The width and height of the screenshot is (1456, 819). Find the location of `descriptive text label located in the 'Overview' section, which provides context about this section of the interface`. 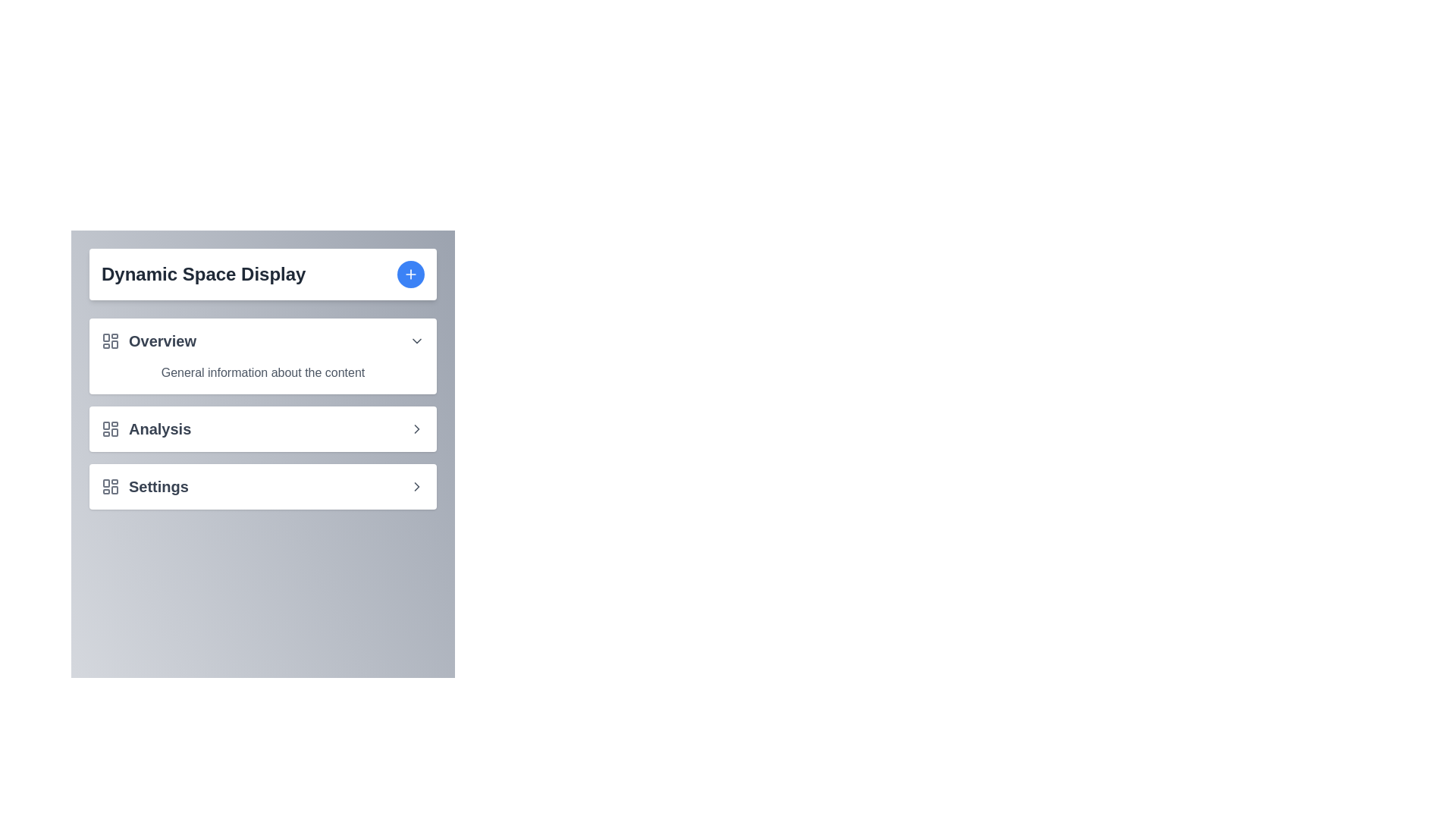

descriptive text label located in the 'Overview' section, which provides context about this section of the interface is located at coordinates (262, 373).